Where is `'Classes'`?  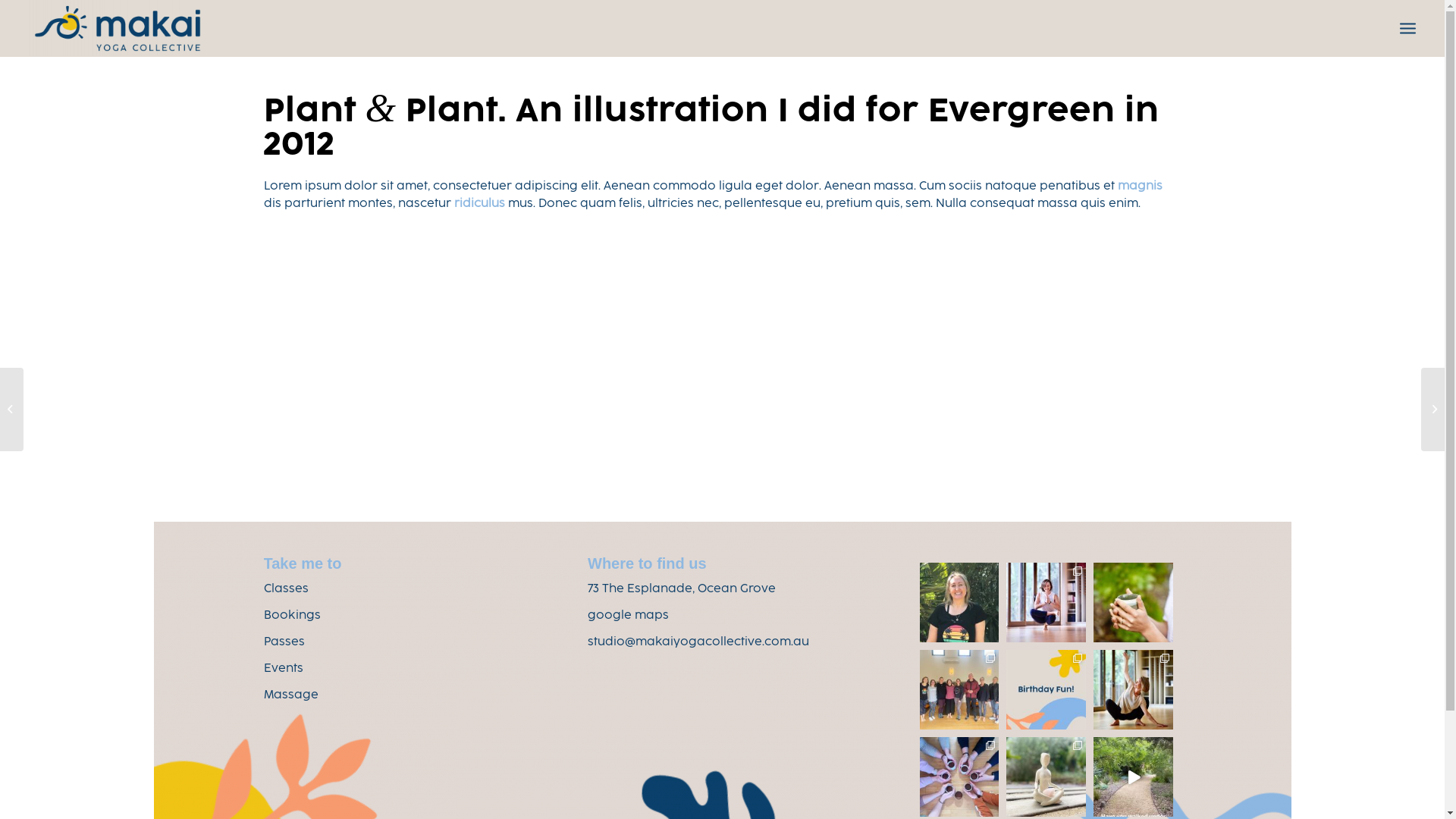
'Classes' is located at coordinates (263, 588).